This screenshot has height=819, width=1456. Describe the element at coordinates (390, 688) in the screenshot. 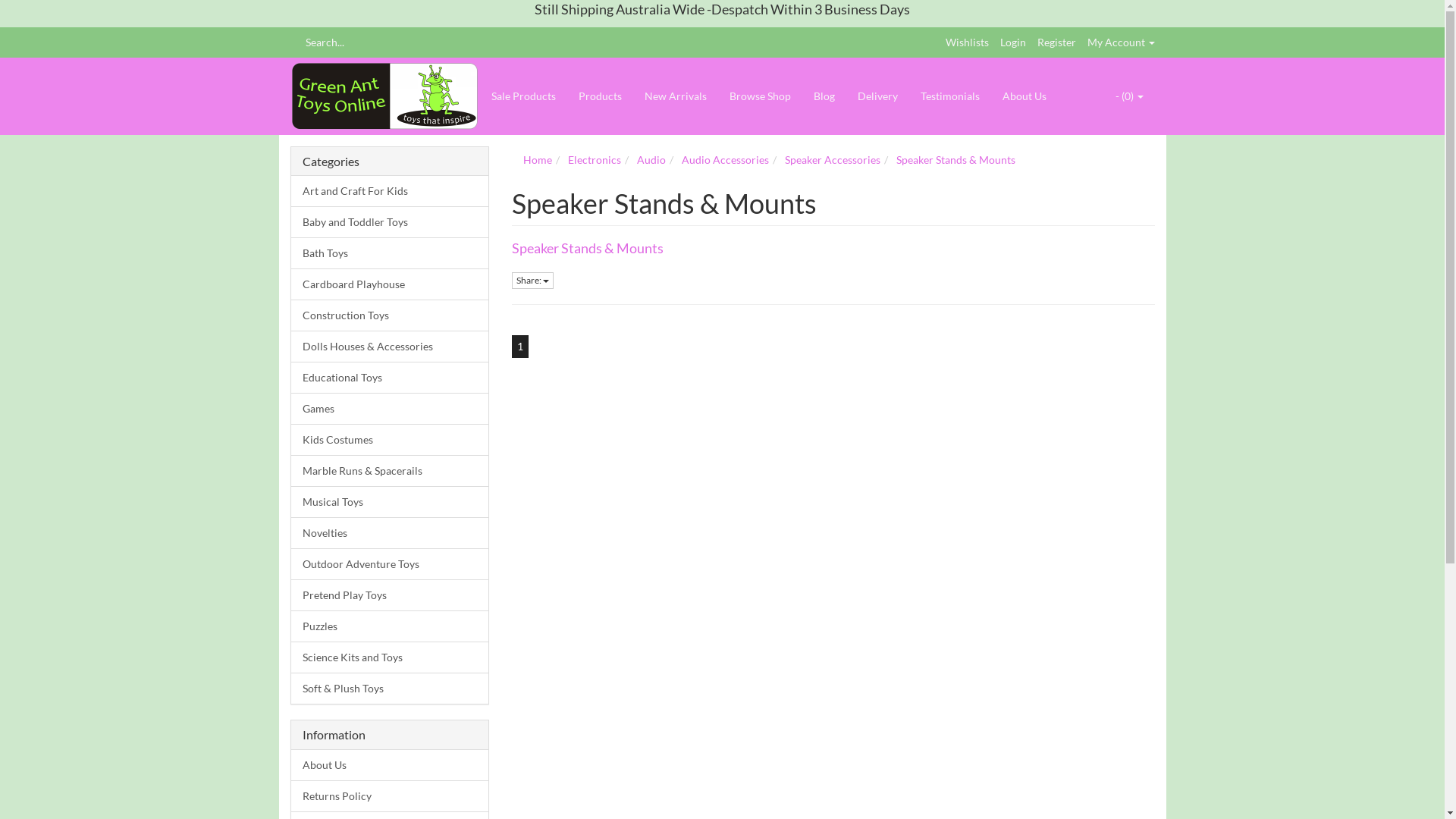

I see `'Soft & Plush Toys'` at that location.